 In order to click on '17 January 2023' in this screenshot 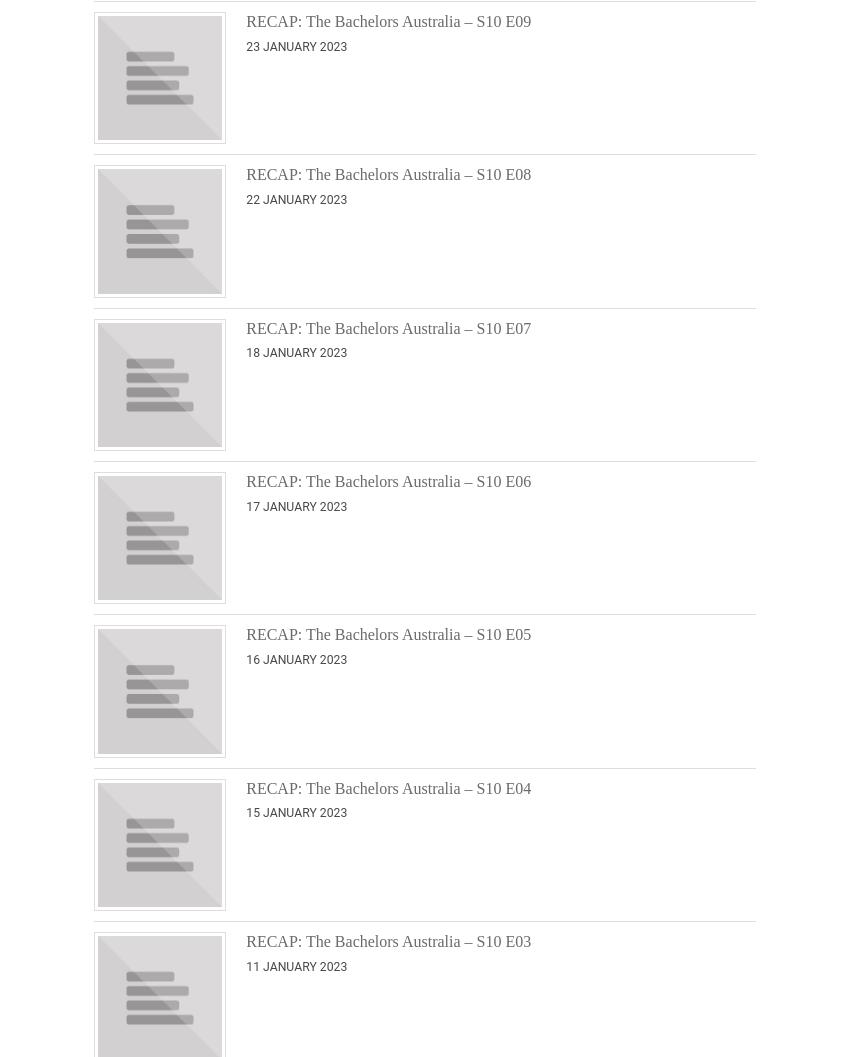, I will do `click(245, 505)`.